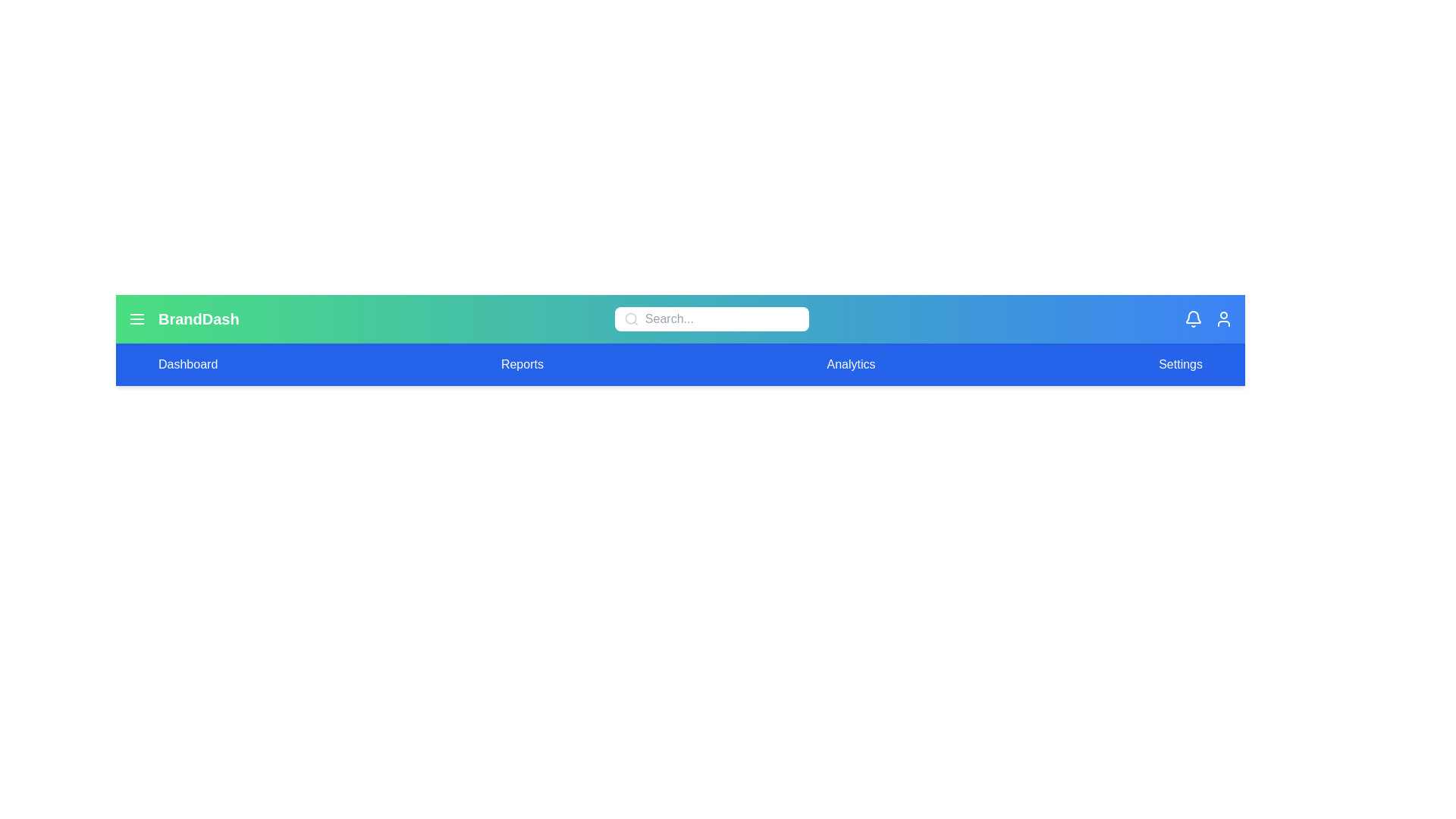 This screenshot has height=819, width=1456. I want to click on the 'Reports' tab to navigate to the Reports section, so click(522, 365).